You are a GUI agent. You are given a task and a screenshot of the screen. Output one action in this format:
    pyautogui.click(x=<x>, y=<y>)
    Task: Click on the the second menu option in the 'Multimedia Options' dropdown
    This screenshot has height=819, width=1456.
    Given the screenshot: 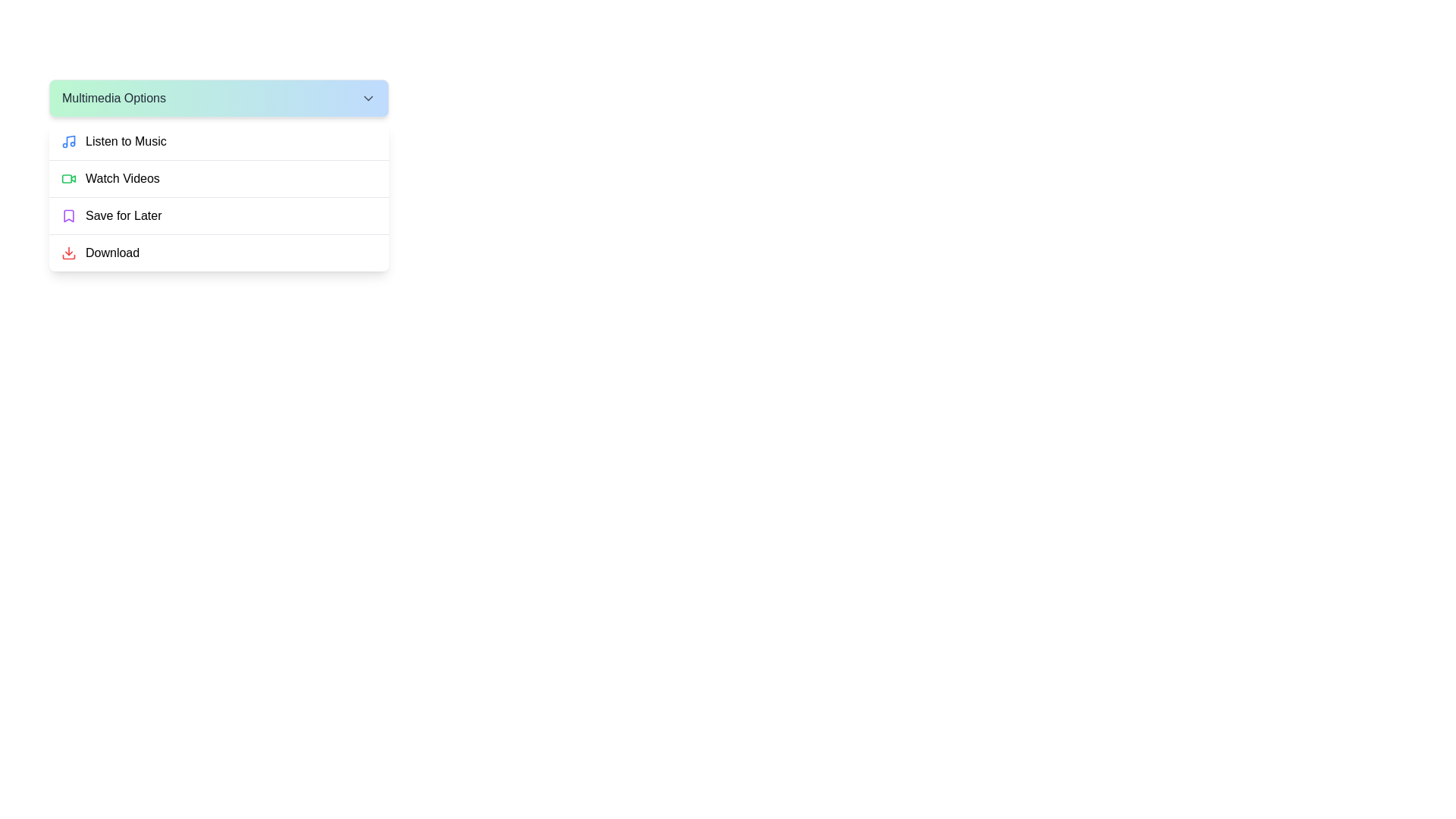 What is the action you would take?
    pyautogui.click(x=218, y=177)
    